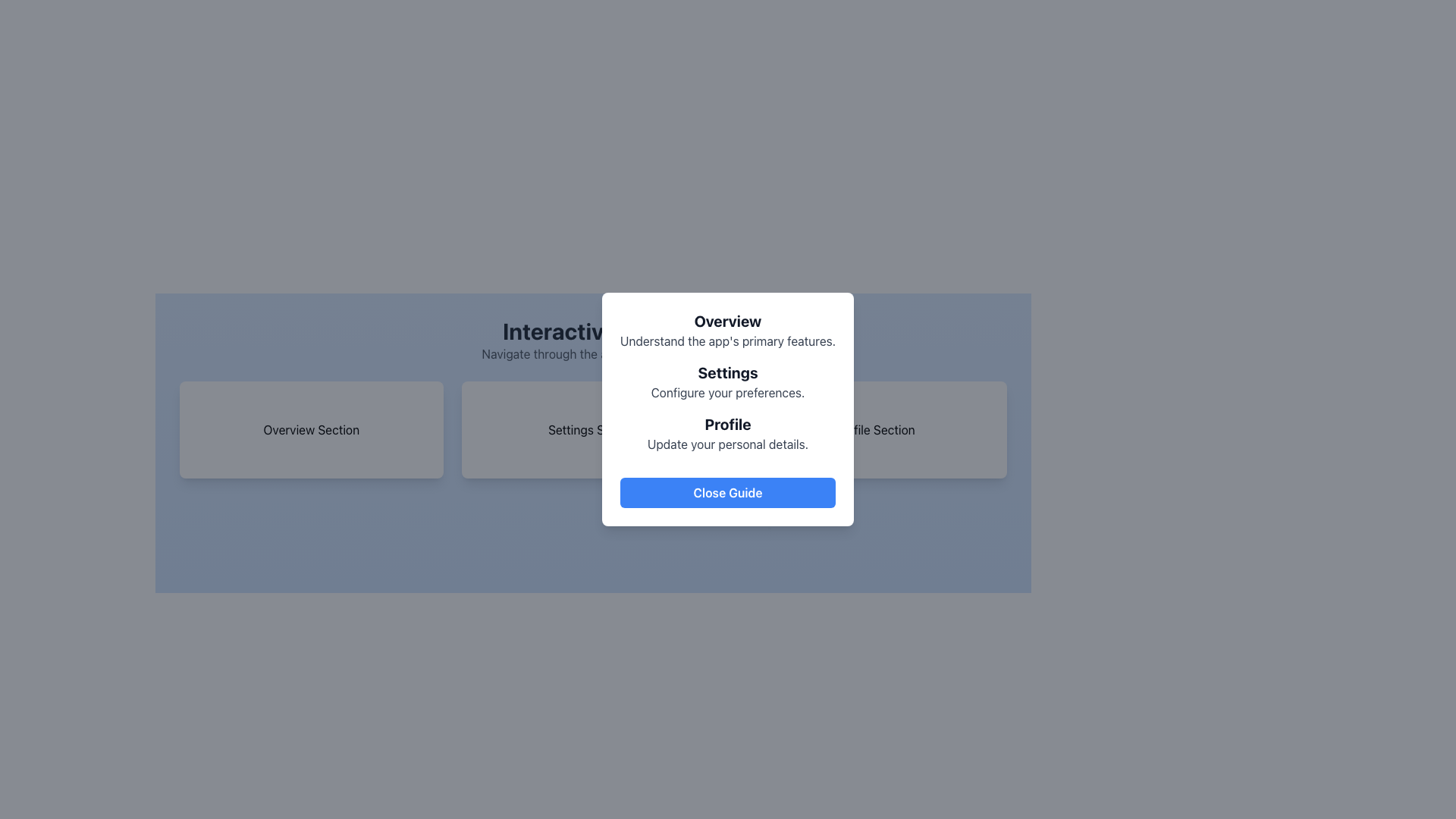  What do you see at coordinates (592, 430) in the screenshot?
I see `the 'Settings Section' Content Card, which is a rectangular card with a white background and rounded edges, located at the center of the layout` at bounding box center [592, 430].